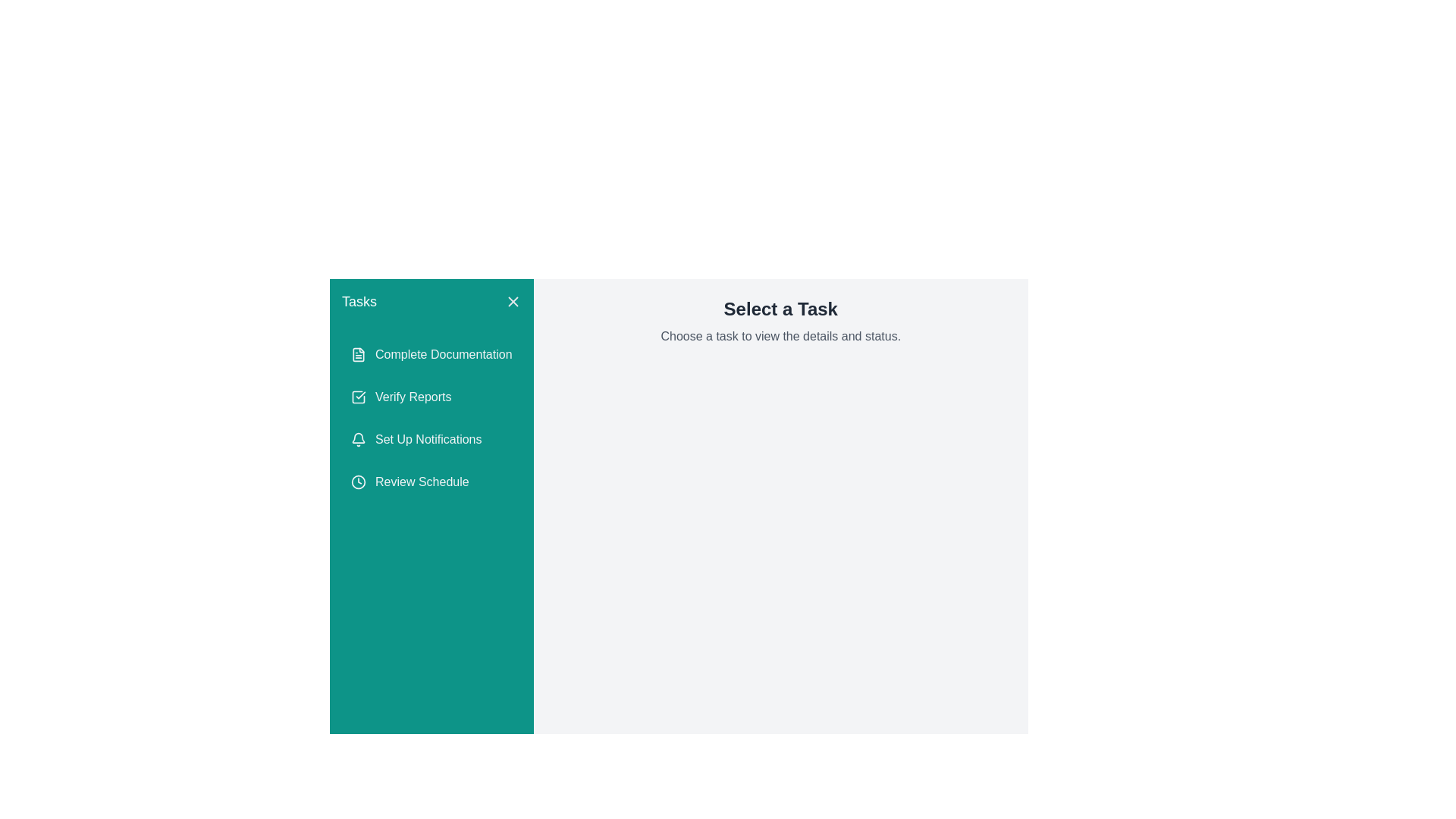 The height and width of the screenshot is (819, 1456). Describe the element at coordinates (422, 482) in the screenshot. I see `the 'Review Schedule' text label with a green background` at that location.